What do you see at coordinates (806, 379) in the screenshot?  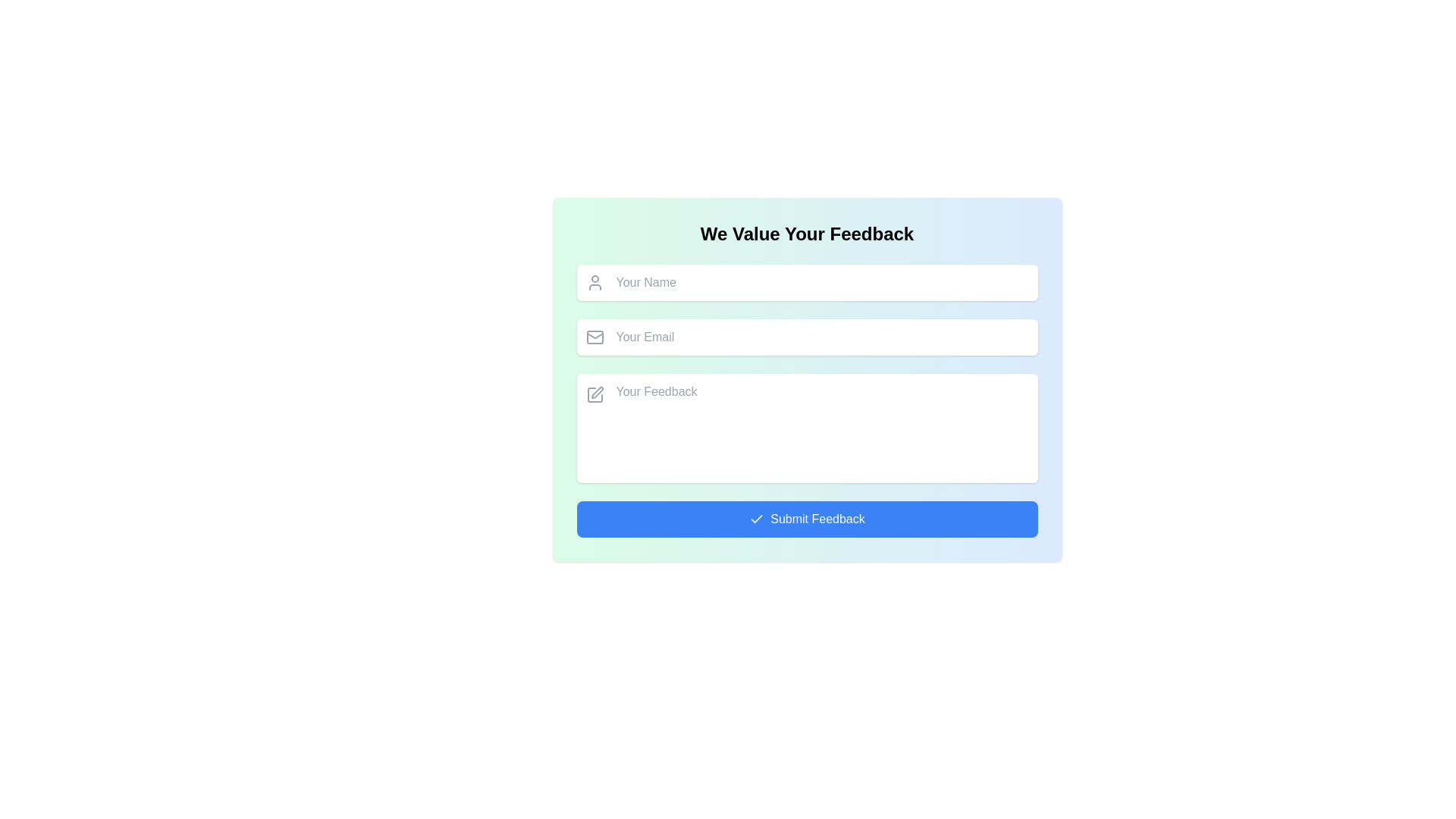 I see `the textarea input box for feedback, which has a white background and rounded corners` at bounding box center [806, 379].